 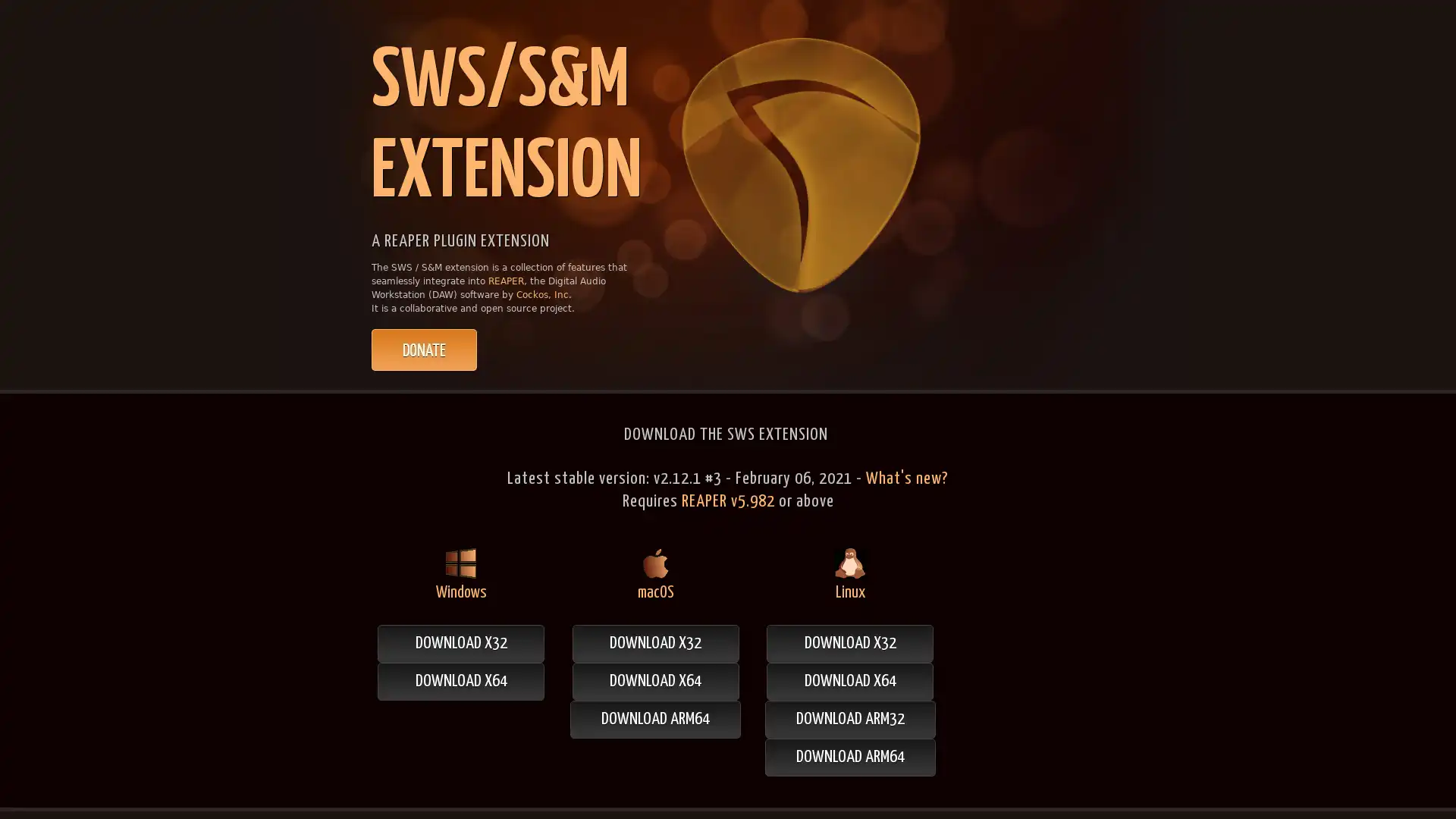 I want to click on DOWNLOAD ARM32, so click(x=969, y=718).